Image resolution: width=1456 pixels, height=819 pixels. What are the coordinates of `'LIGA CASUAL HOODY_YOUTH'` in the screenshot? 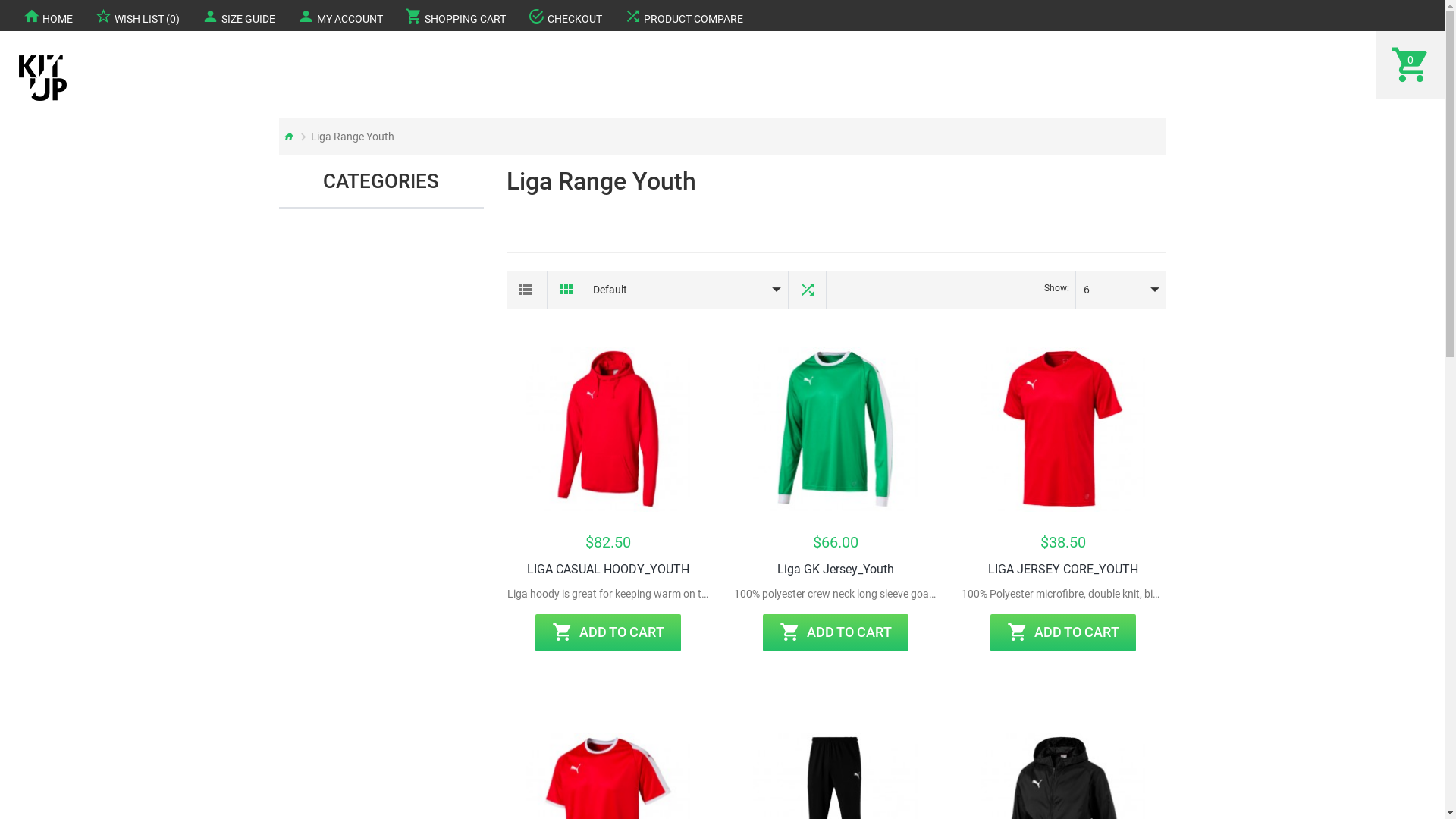 It's located at (607, 570).